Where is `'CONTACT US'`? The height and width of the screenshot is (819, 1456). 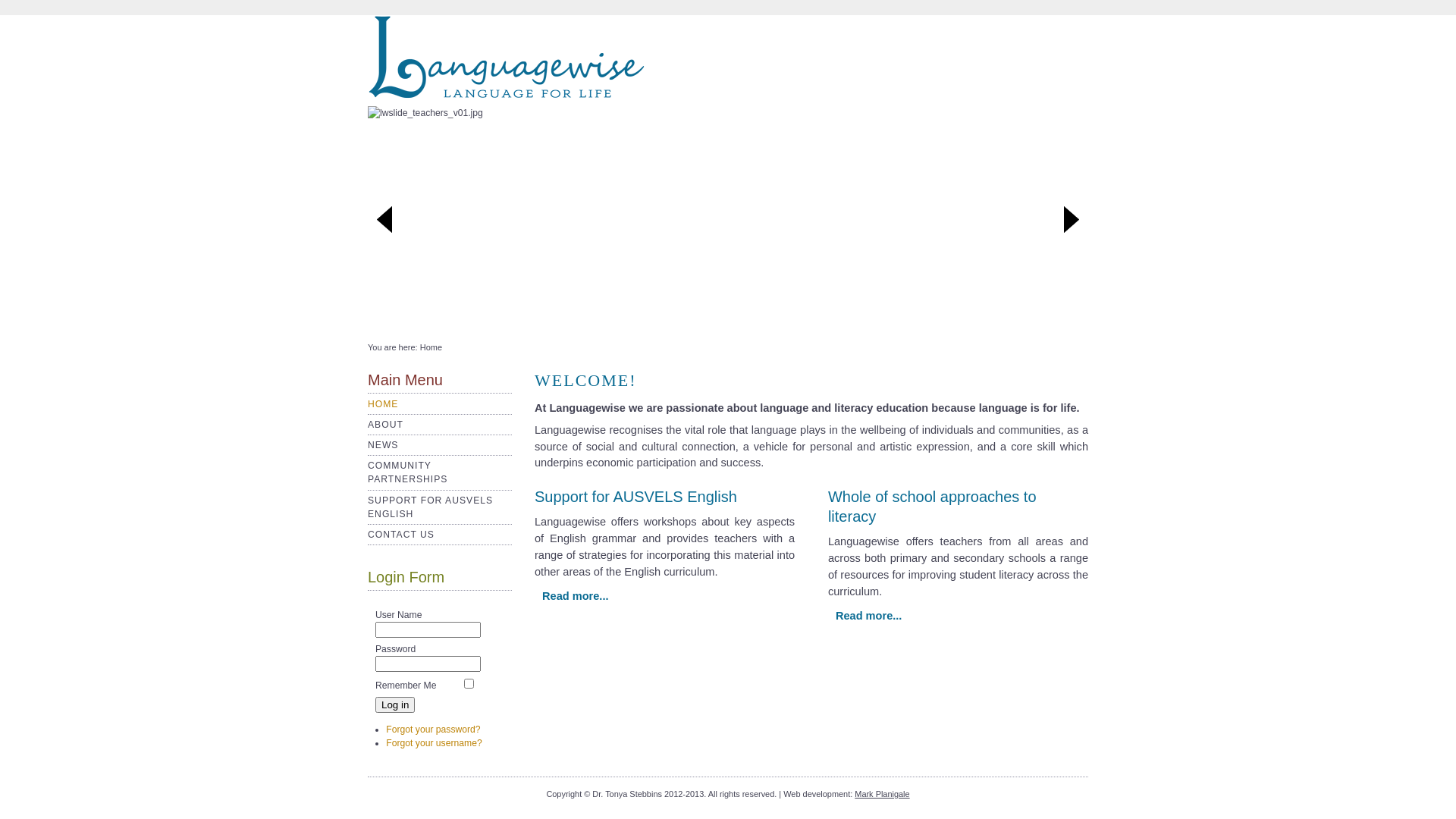 'CONTACT US' is located at coordinates (367, 534).